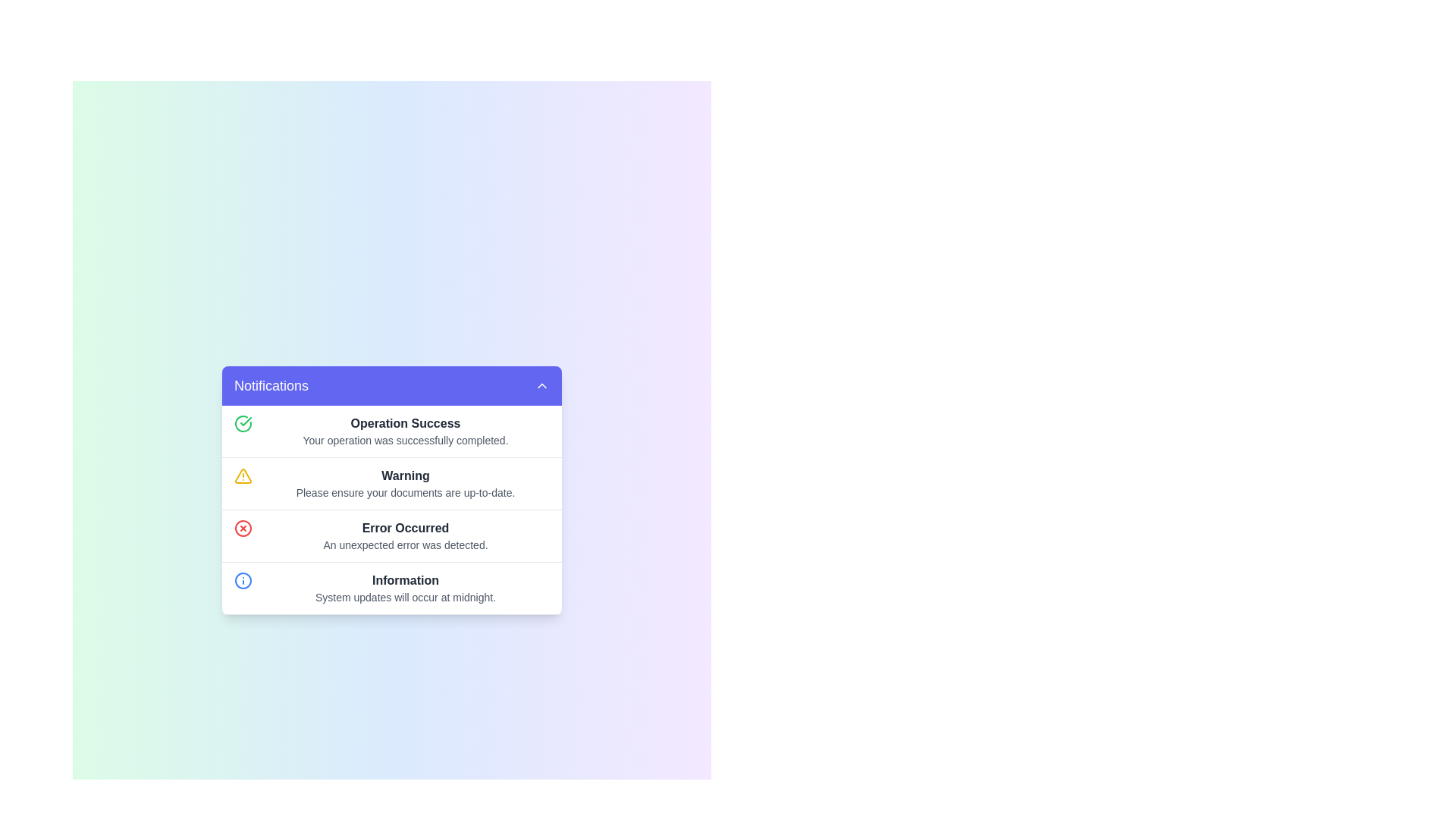 Image resolution: width=1456 pixels, height=819 pixels. Describe the element at coordinates (246, 421) in the screenshot. I see `the green circular icon containing the checkmark, which is the first icon on the left of the 'Operation Success' notification` at that location.